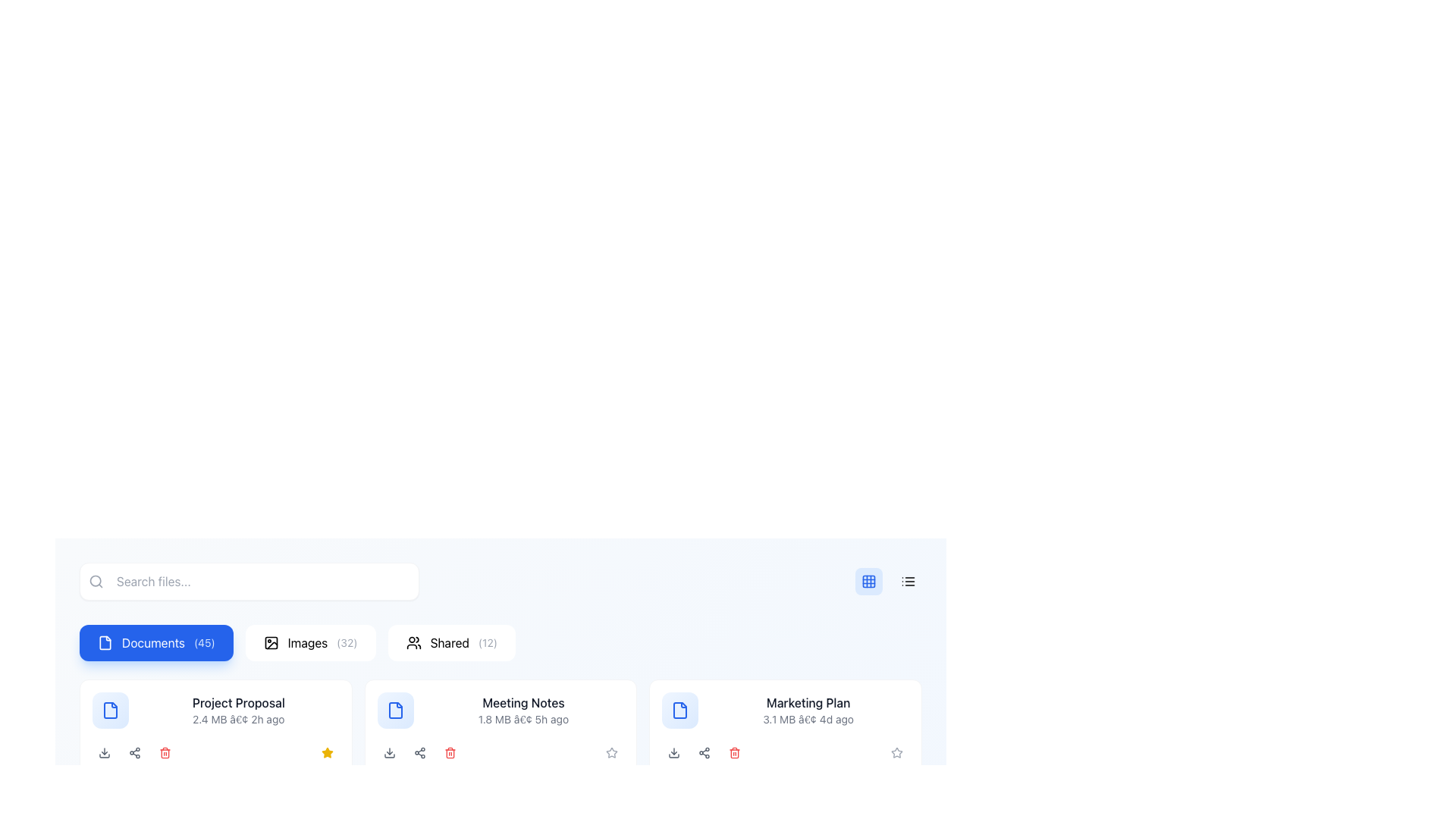 The height and width of the screenshot is (819, 1456). I want to click on the square icon with a rounded rectangular shape, featuring a gradient blue background and a white document icon, located, so click(109, 711).